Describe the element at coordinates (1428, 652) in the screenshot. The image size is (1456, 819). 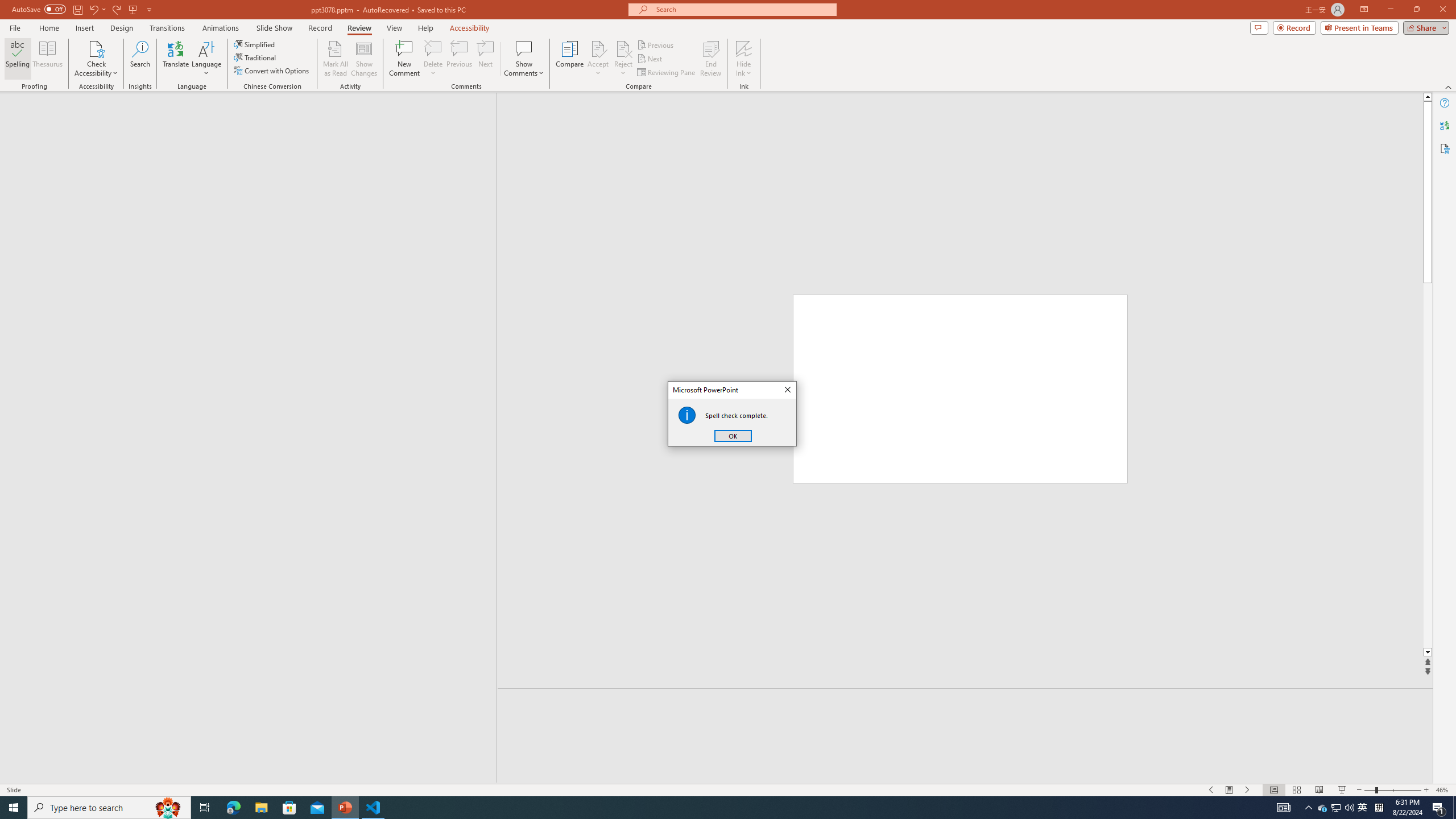
I see `'Line down'` at that location.